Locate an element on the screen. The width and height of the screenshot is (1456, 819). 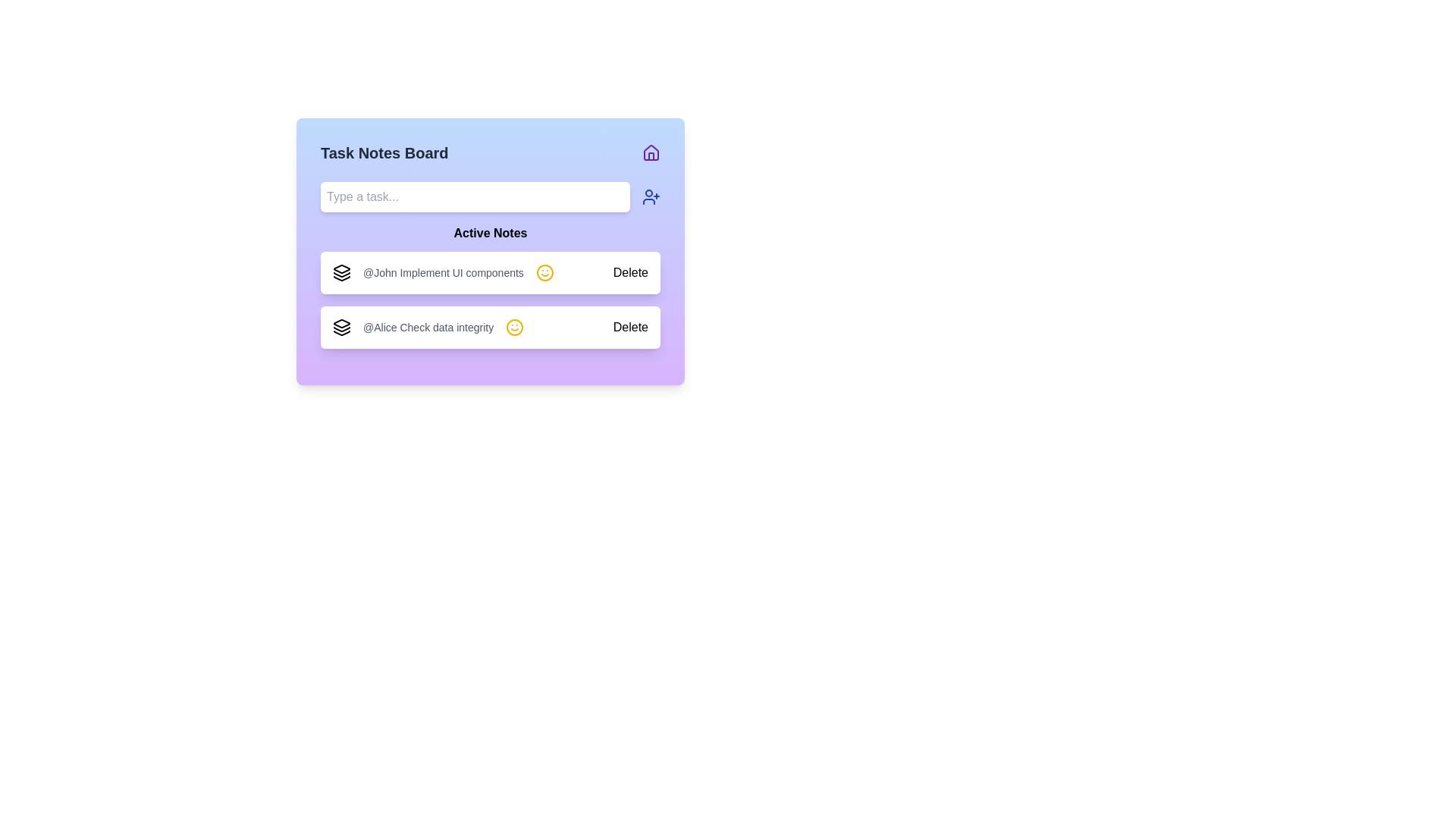
the second task note entry in the 'Task Notes Board' is located at coordinates (491, 327).